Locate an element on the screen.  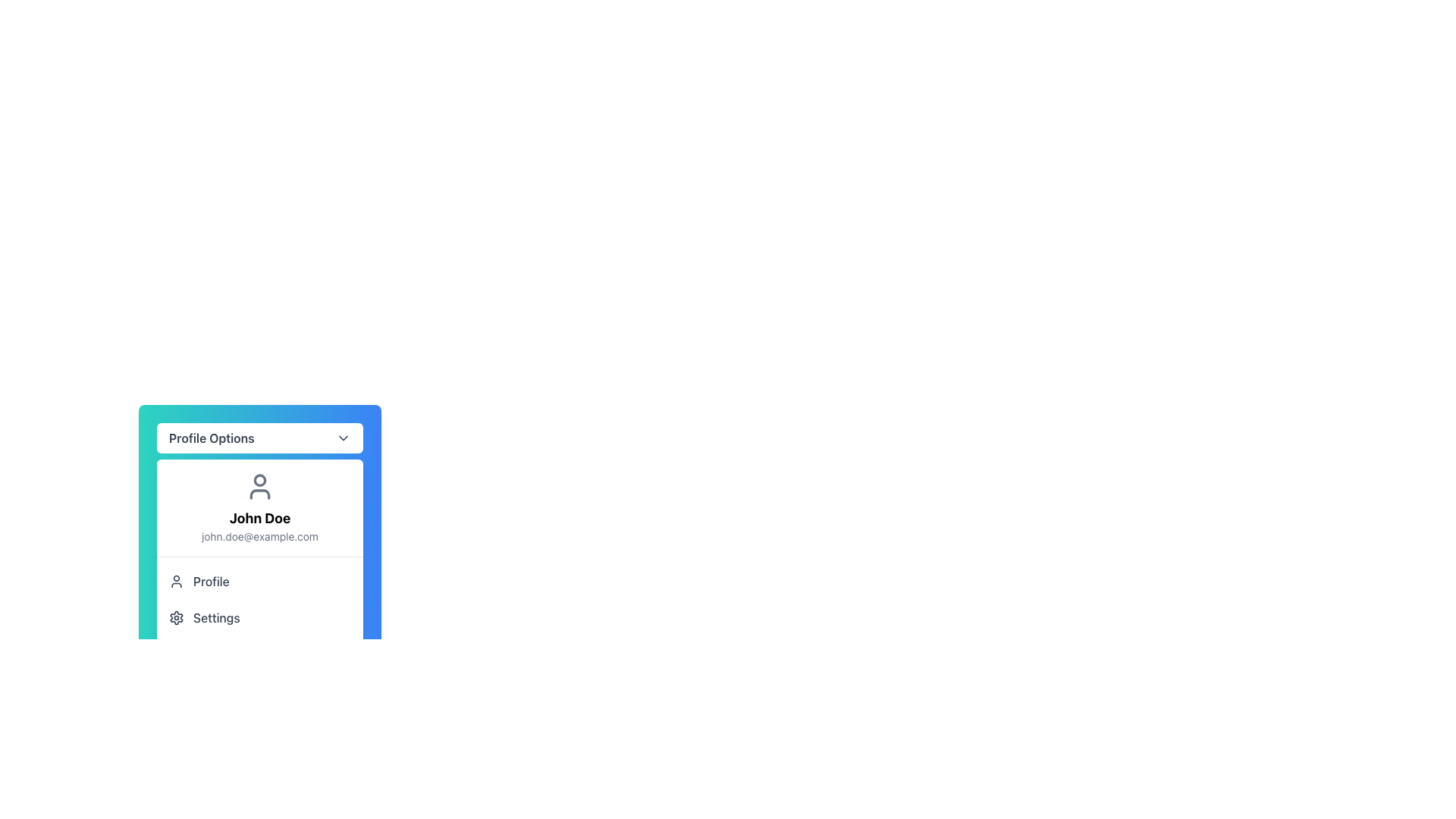
the 'Profile Options' dropdown button, which is a rectangular button with rounded corners and a white background is located at coordinates (259, 438).